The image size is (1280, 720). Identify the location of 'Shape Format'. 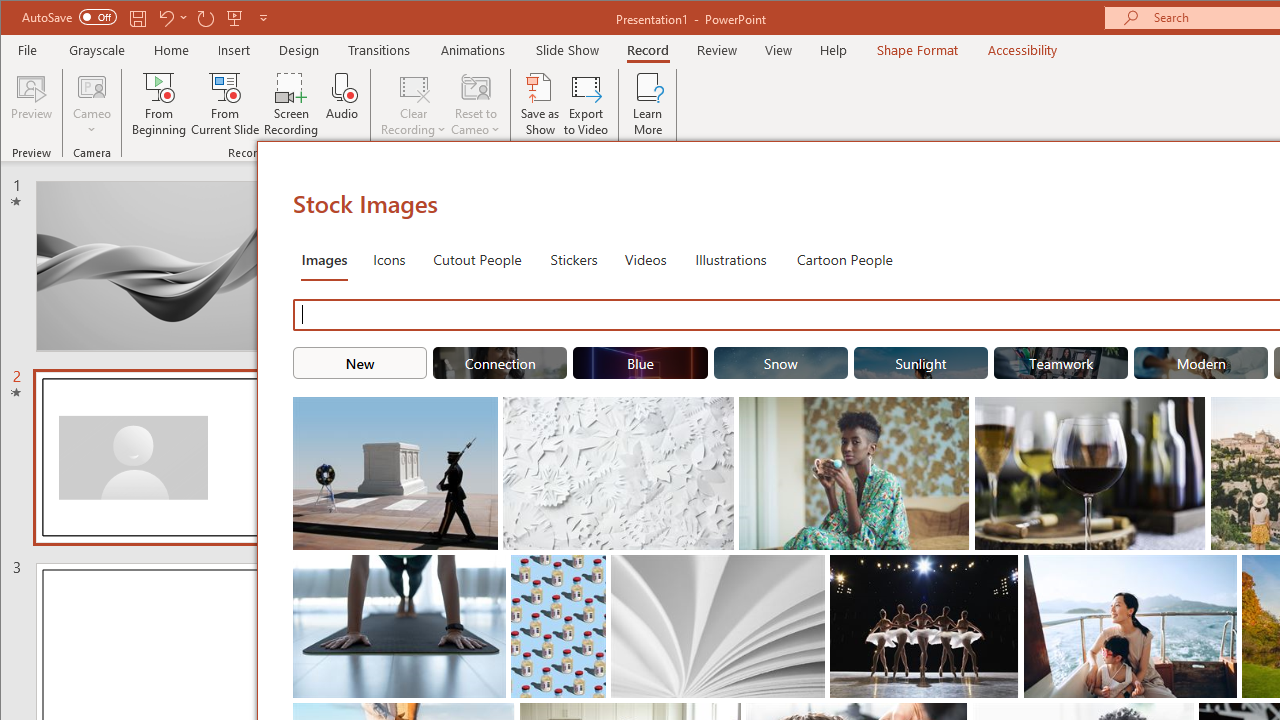
(916, 49).